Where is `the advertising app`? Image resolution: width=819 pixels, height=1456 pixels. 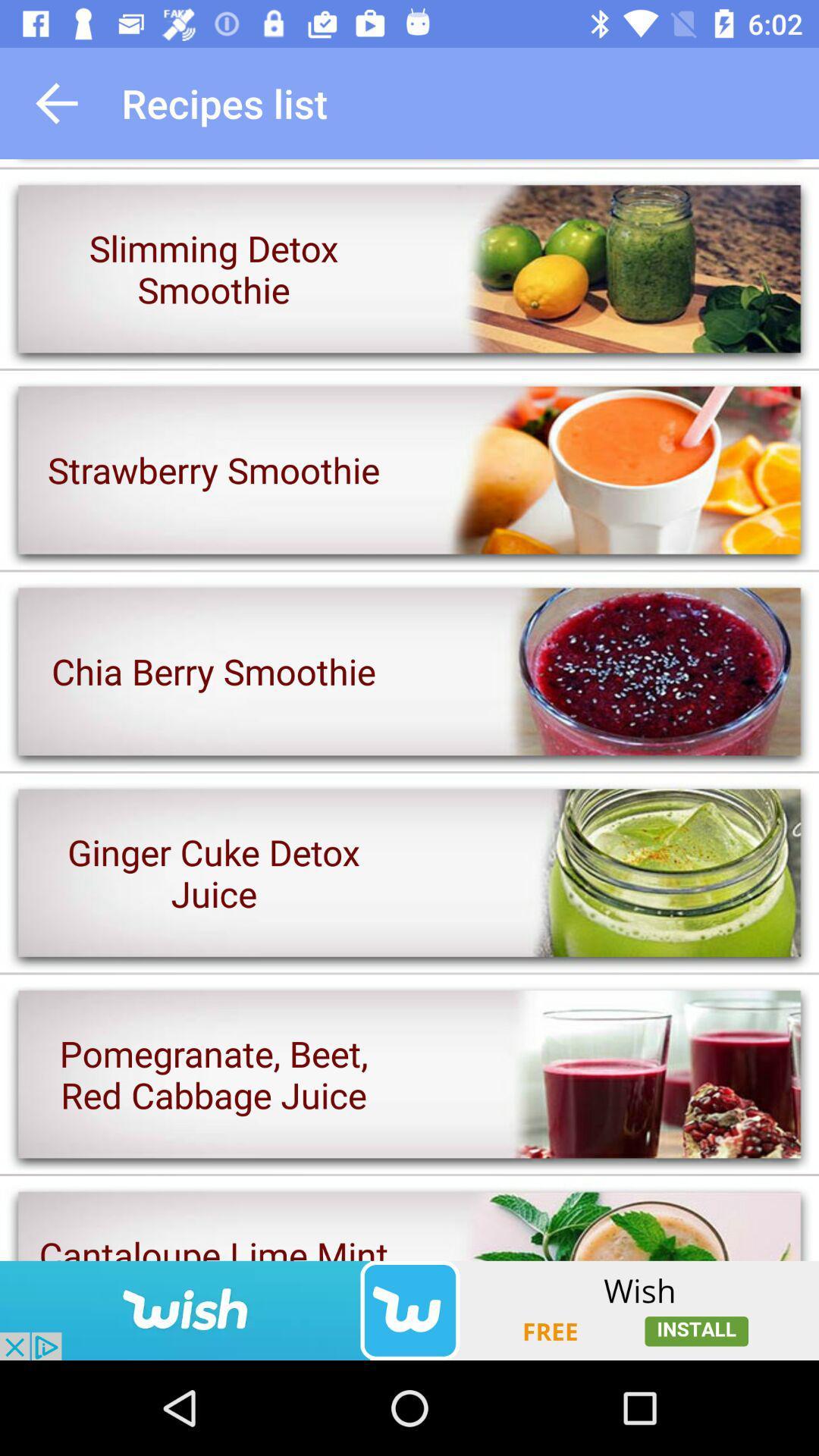
the advertising app is located at coordinates (409, 1310).